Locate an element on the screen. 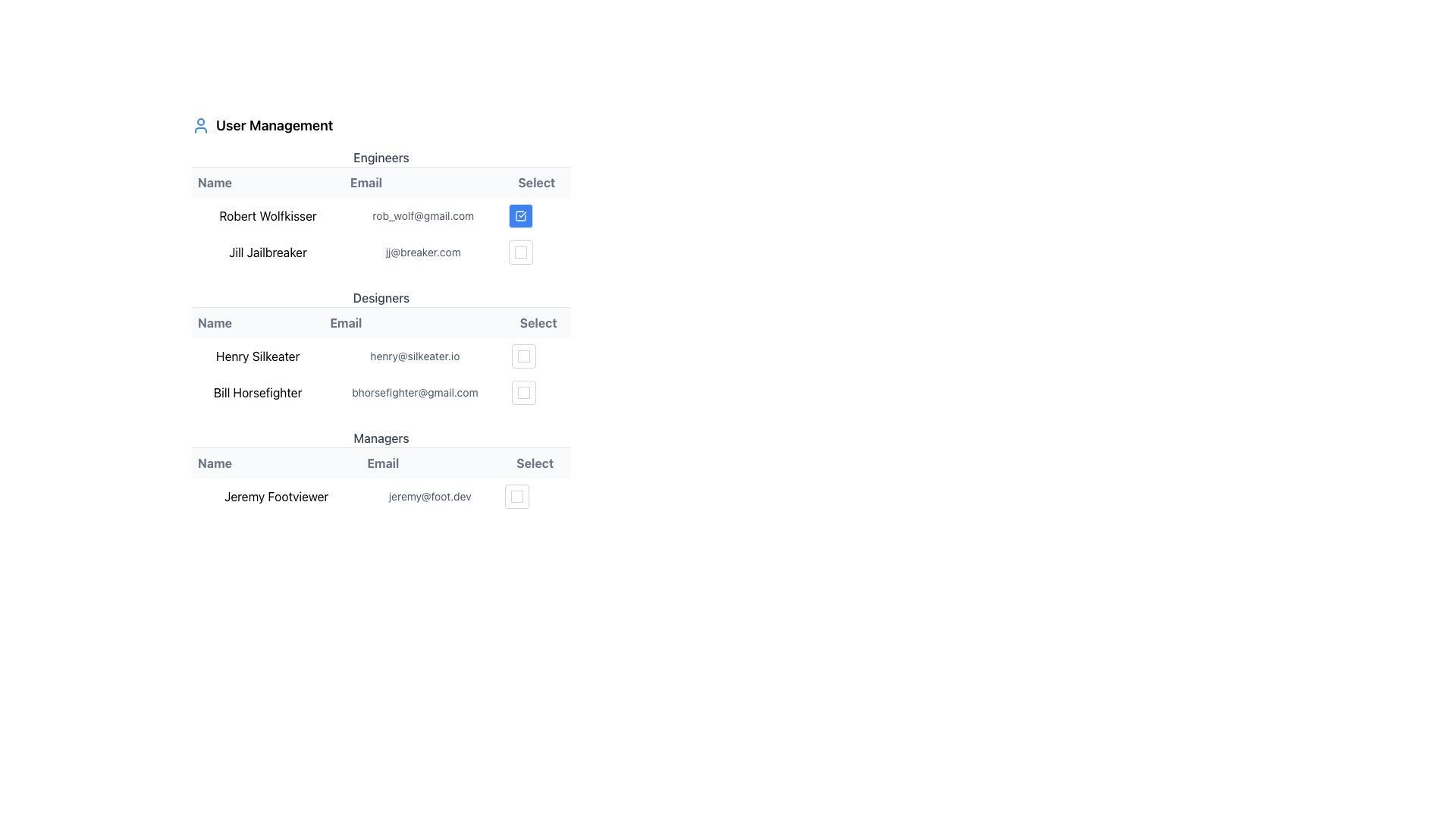 Image resolution: width=1456 pixels, height=819 pixels. the static text display showing the email address 'henry@silkeater.io', located in the 'Email' column of the 'Designers' section, adjacent to the checkbox and the name 'Henry Silkeater' is located at coordinates (415, 356).